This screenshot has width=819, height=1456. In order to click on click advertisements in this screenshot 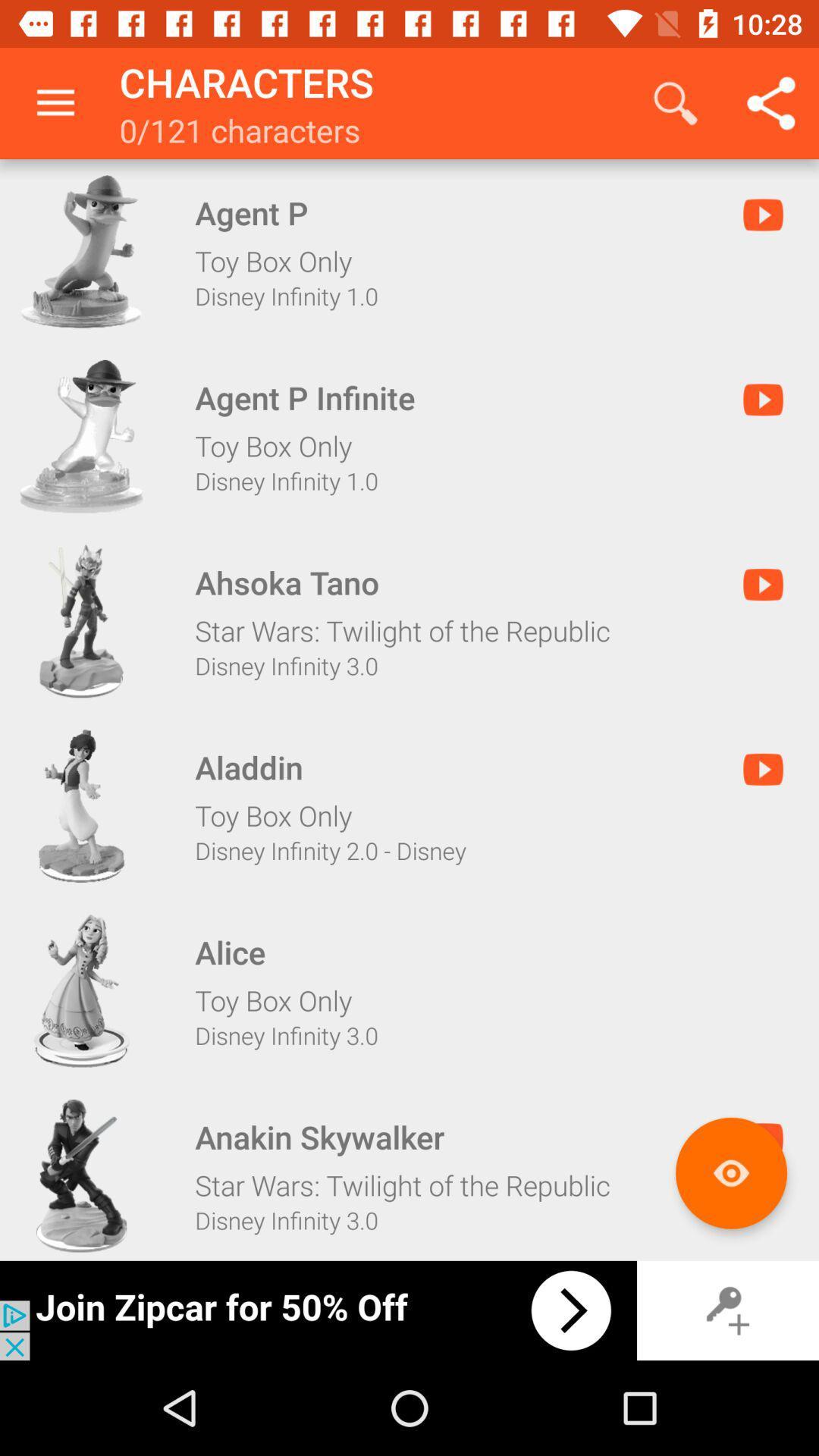, I will do `click(318, 1310)`.